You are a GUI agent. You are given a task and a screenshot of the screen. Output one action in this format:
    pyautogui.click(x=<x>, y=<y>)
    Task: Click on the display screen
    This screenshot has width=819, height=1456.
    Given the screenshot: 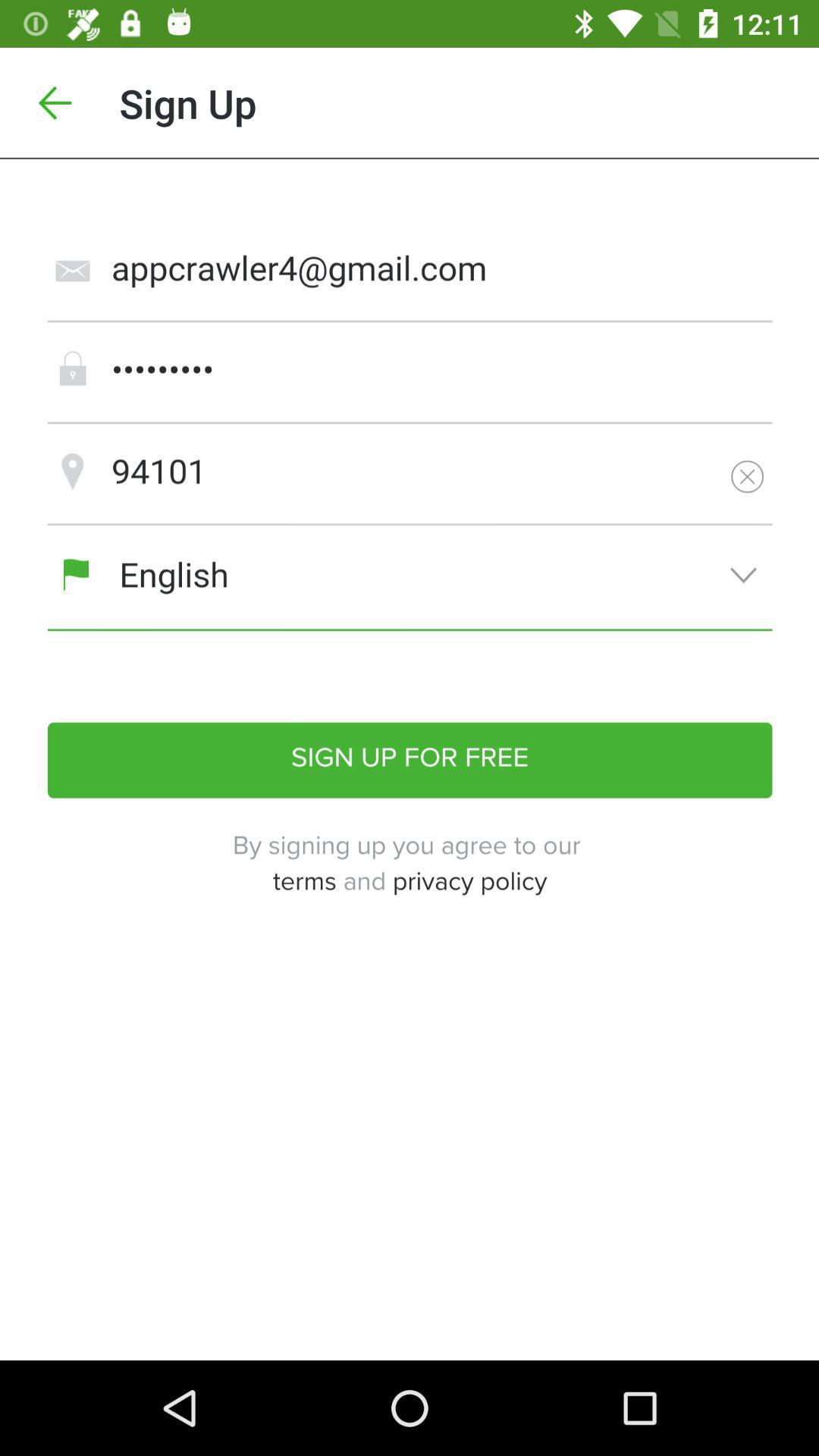 What is the action you would take?
    pyautogui.click(x=409, y=760)
    